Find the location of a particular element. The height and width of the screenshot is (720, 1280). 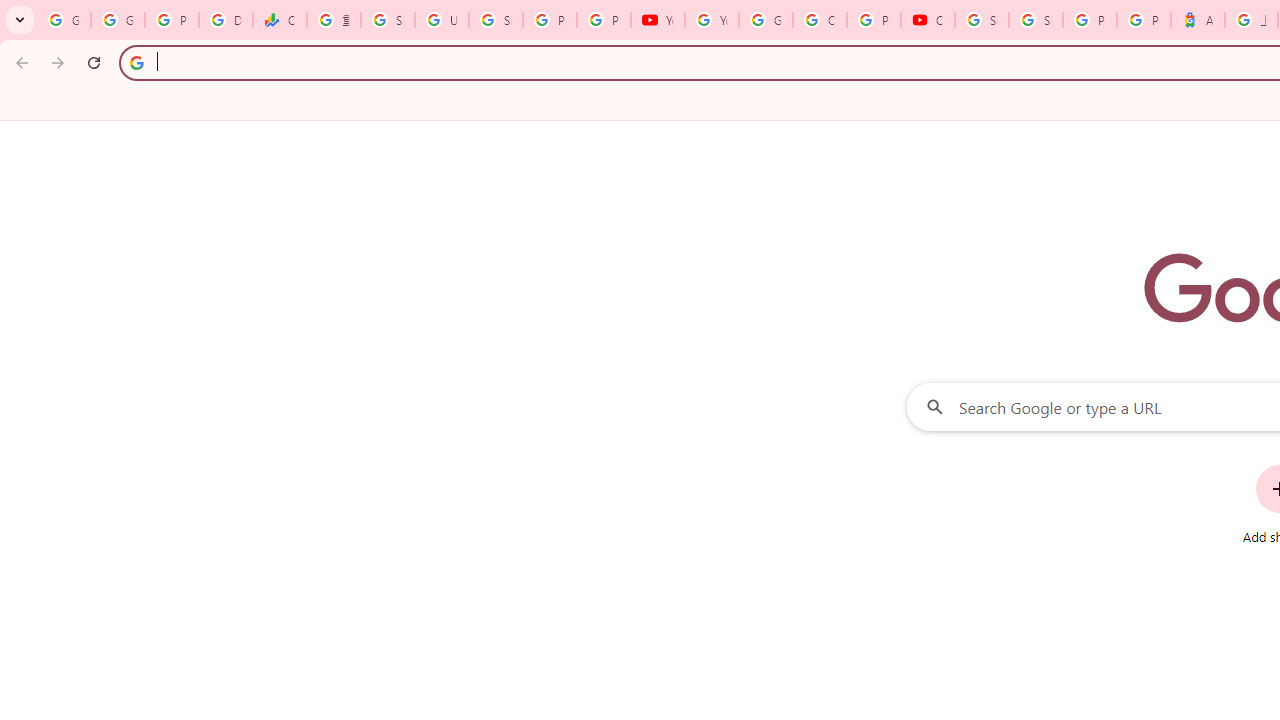

'Google Account Help' is located at coordinates (765, 20).